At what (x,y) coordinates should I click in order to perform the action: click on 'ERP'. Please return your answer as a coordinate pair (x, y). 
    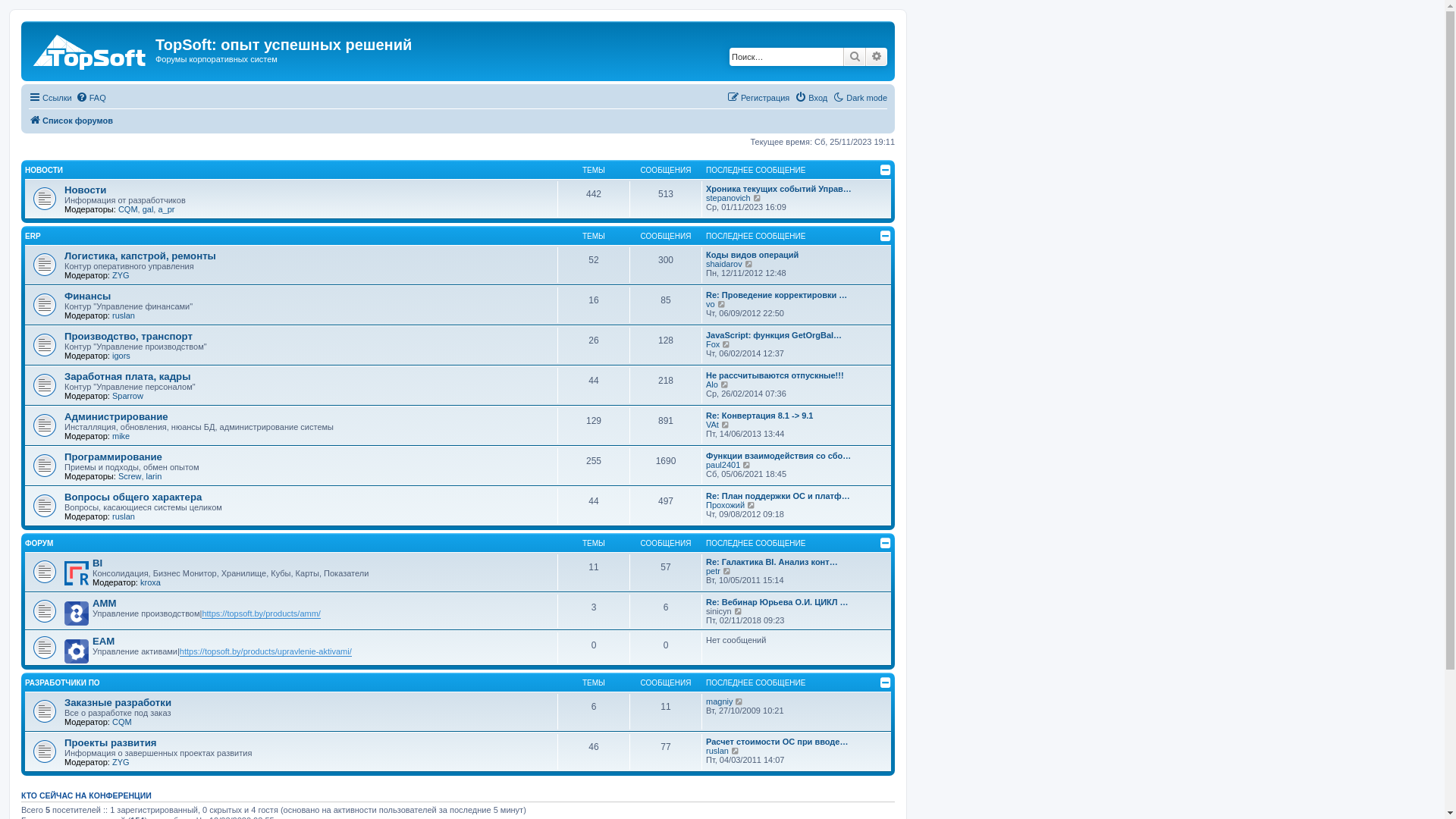
    Looking at the image, I should click on (33, 236).